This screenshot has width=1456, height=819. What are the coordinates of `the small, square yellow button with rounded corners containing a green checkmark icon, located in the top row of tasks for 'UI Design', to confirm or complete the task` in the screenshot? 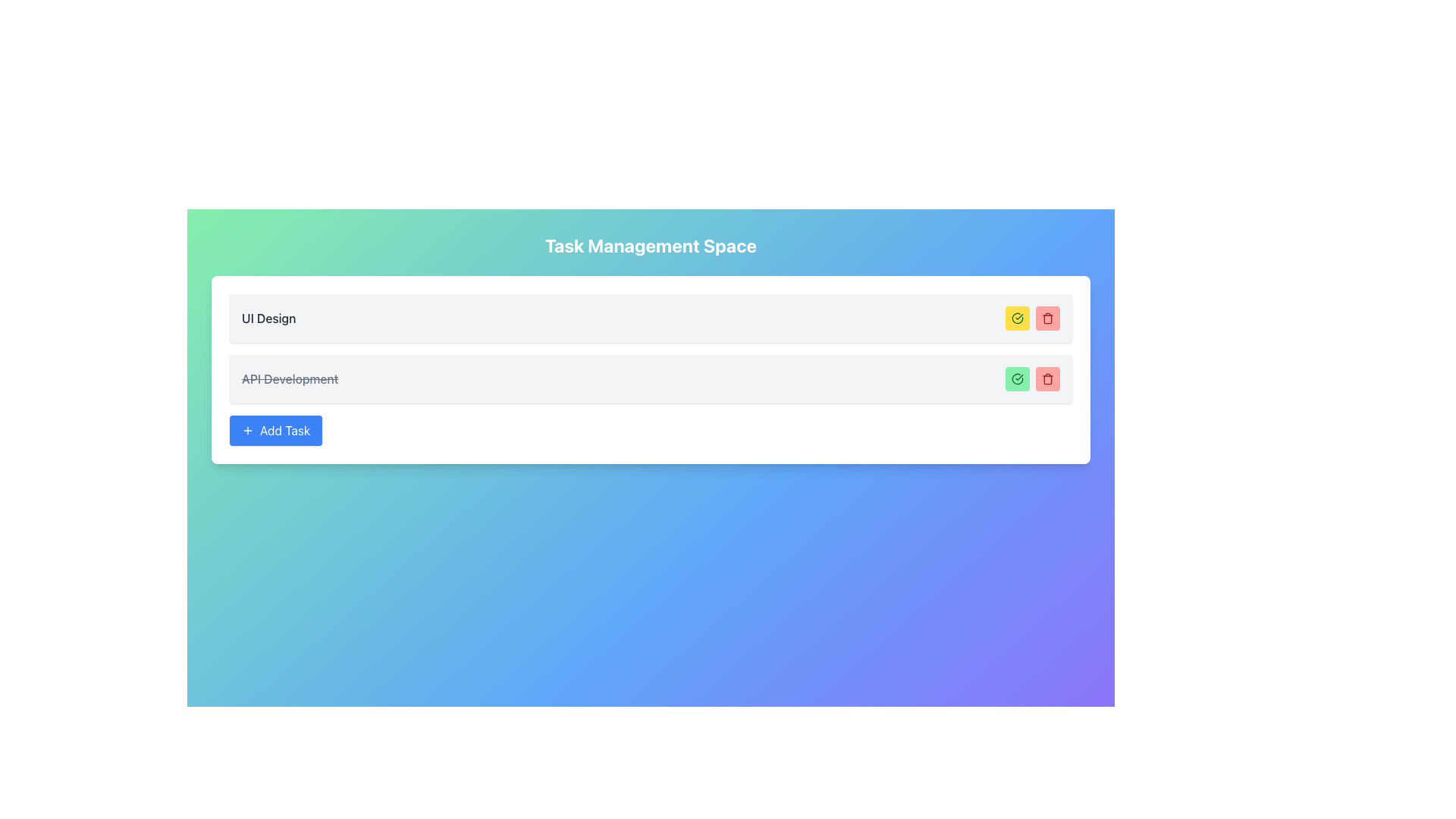 It's located at (1018, 318).